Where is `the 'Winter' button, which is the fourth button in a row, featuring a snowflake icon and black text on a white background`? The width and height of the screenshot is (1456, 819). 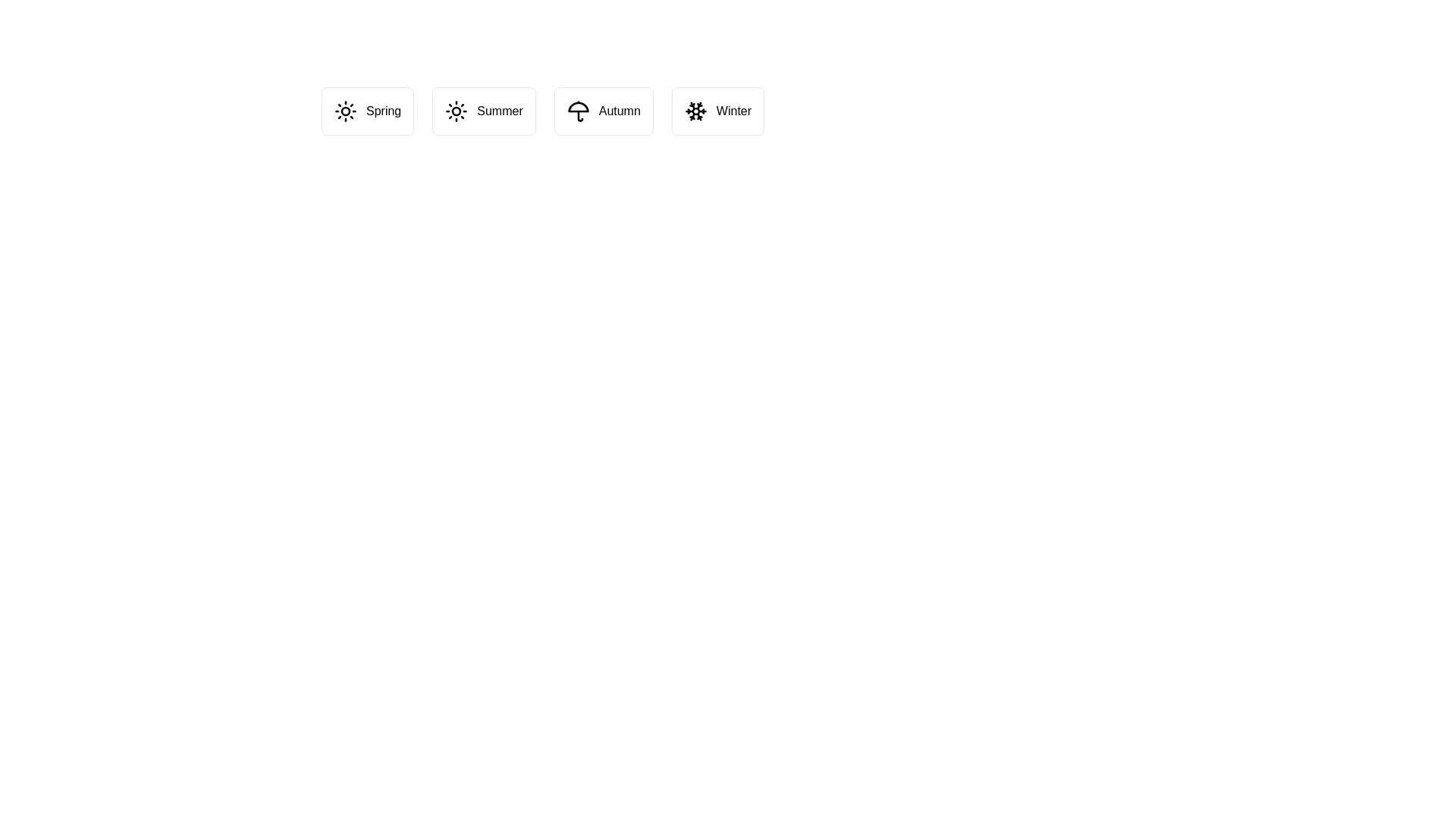 the 'Winter' button, which is the fourth button in a row, featuring a snowflake icon and black text on a white background is located at coordinates (717, 110).